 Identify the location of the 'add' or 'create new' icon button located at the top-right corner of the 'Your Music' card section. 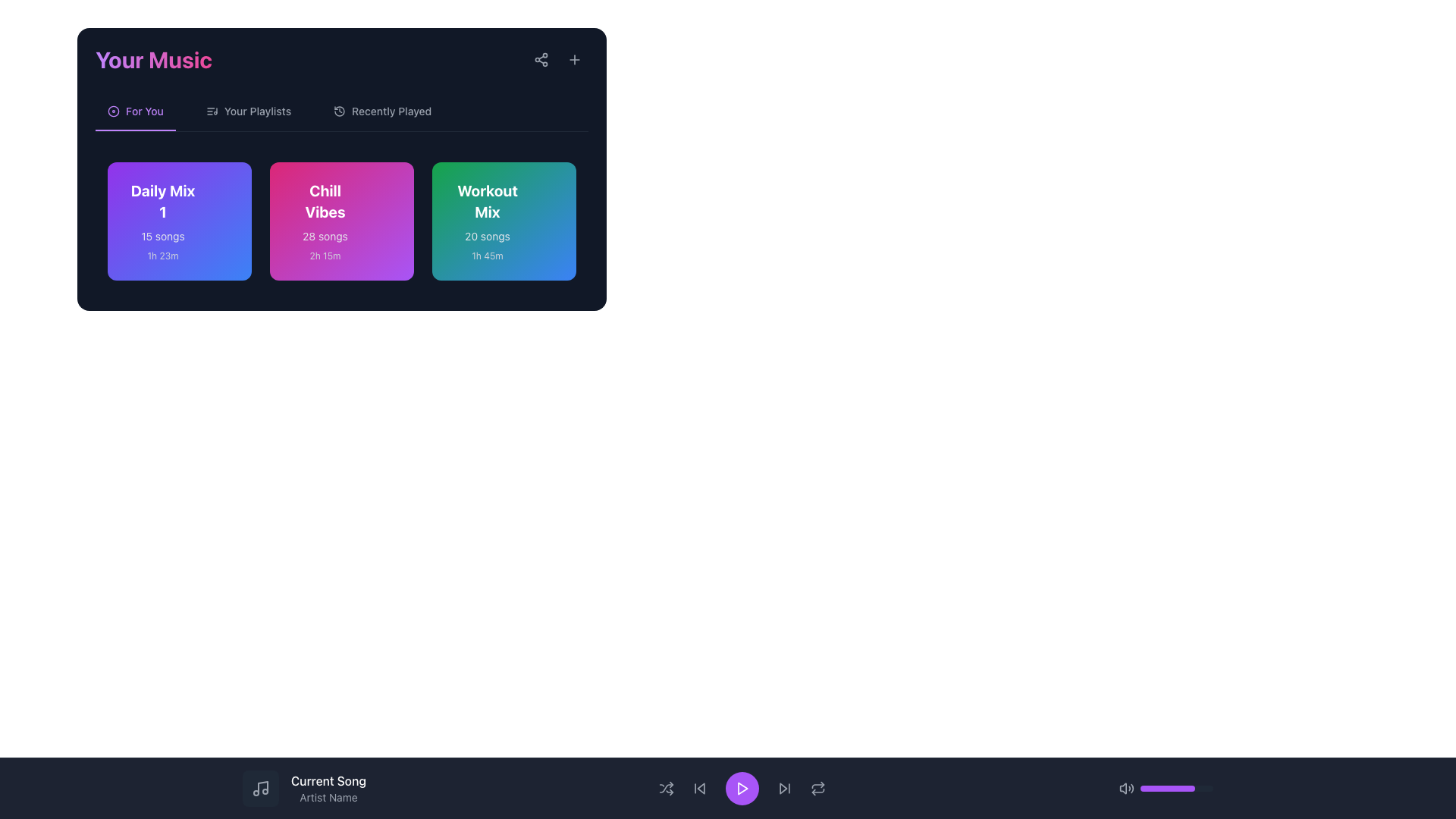
(574, 58).